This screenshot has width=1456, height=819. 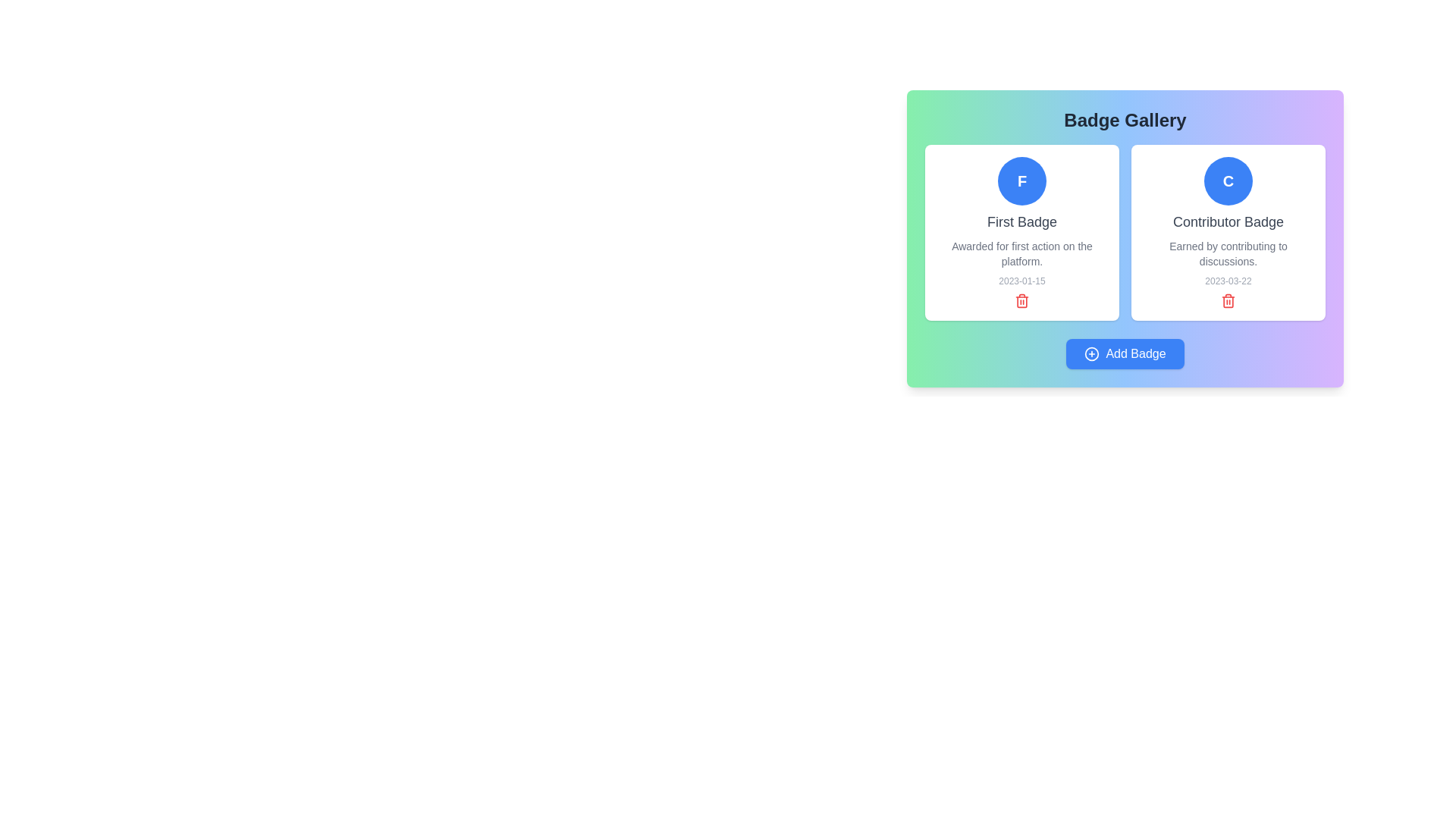 I want to click on the text label that identifies the badge, located below the circle with 'F' and above the description 'Awarded for first action on the platform.' in the Badge Gallery section, so click(x=1022, y=222).